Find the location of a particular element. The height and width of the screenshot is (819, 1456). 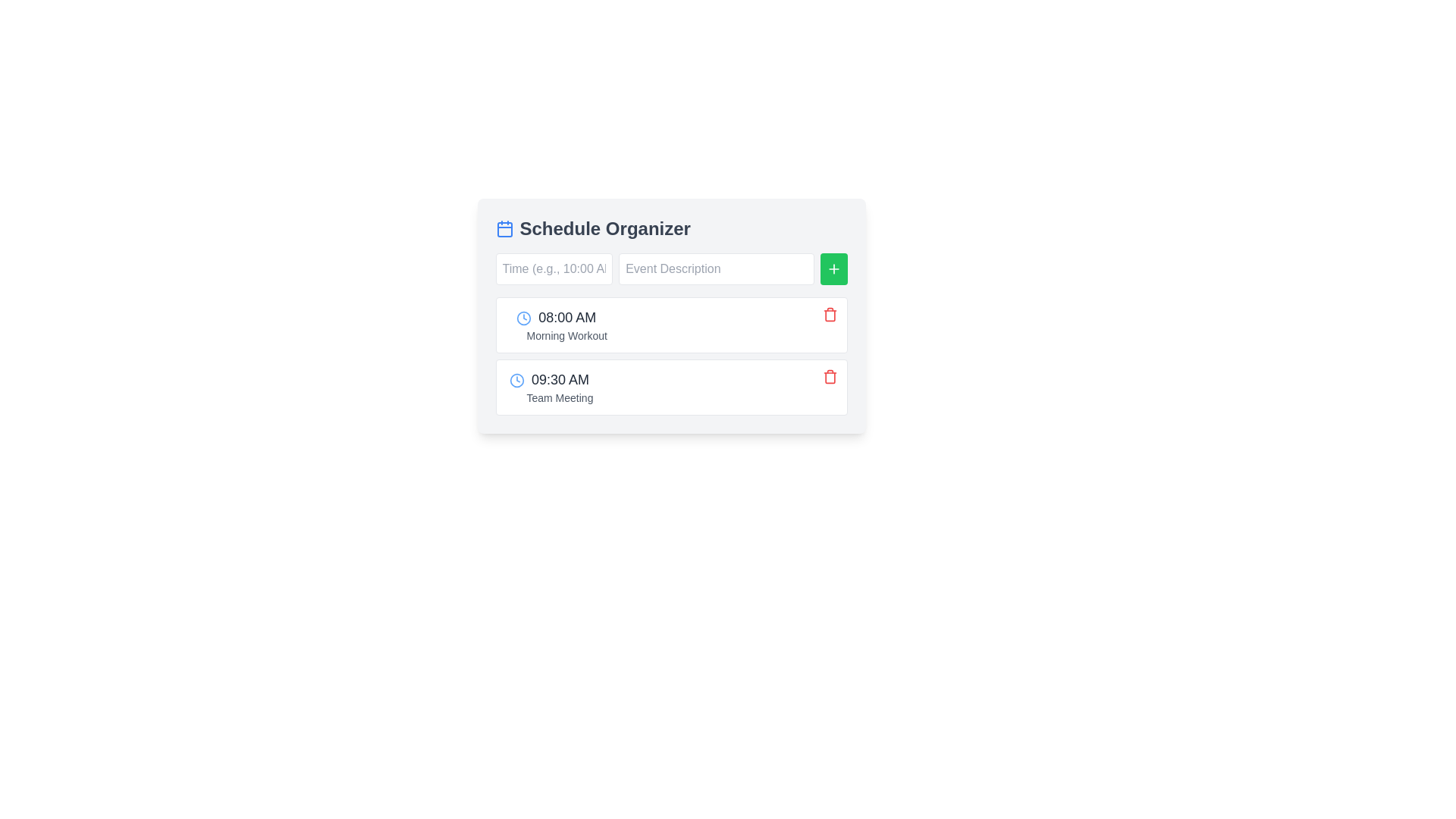

the graphical design of the circular boundary of the clock icon located at the beginning of the second list item representing '09:30 AM Team Meeting' is located at coordinates (524, 318).